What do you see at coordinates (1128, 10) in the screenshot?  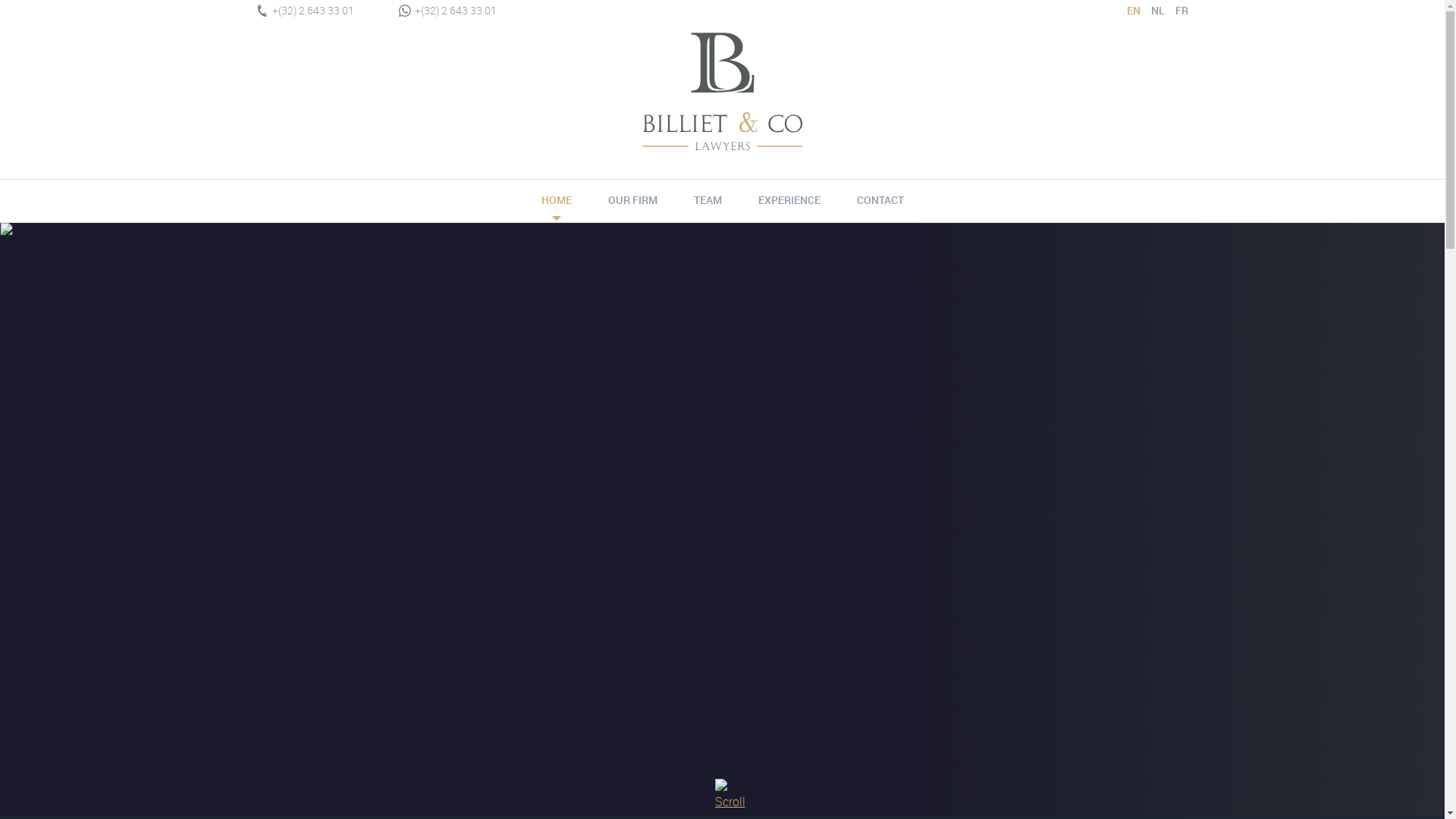 I see `'EN'` at bounding box center [1128, 10].